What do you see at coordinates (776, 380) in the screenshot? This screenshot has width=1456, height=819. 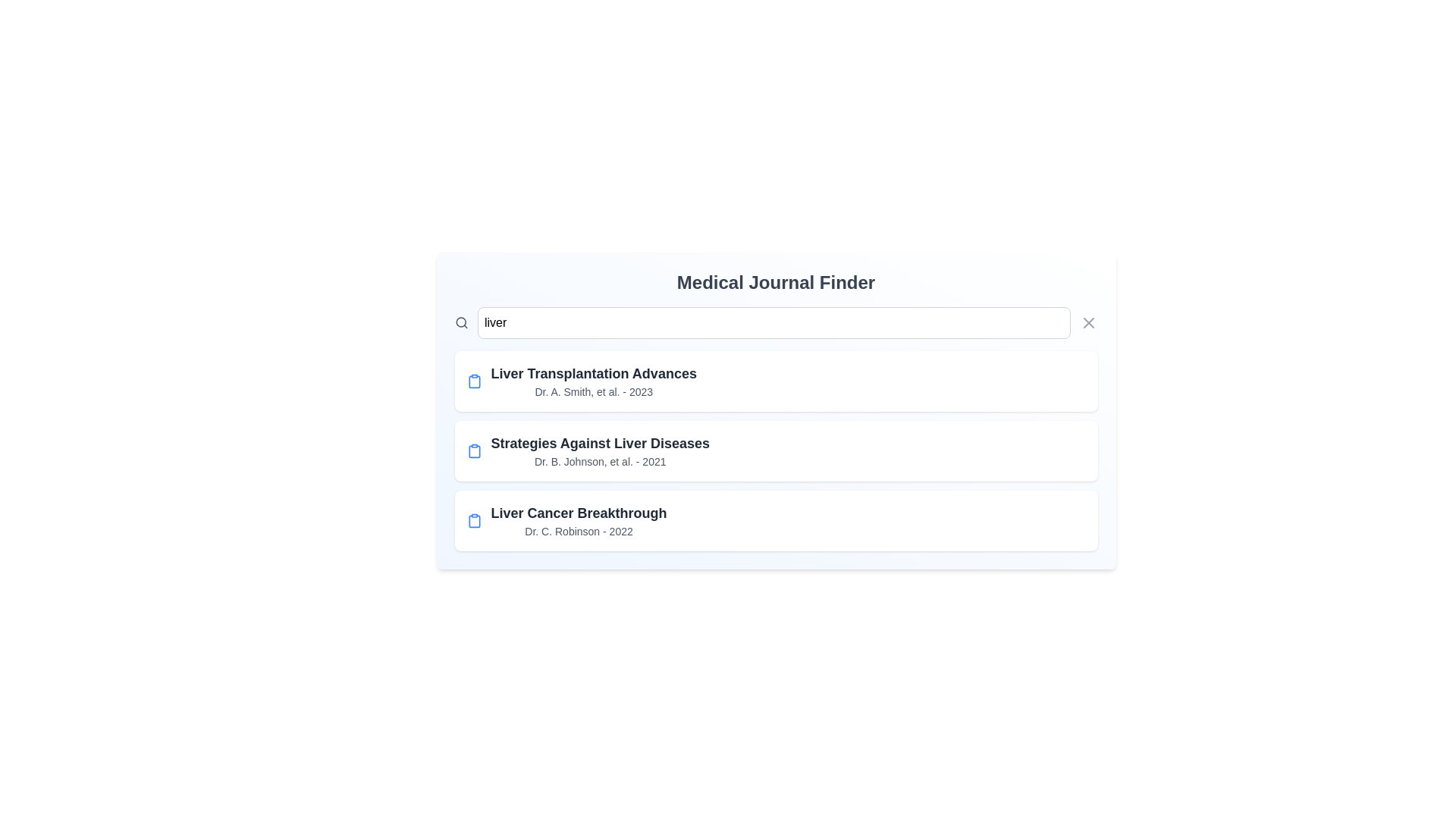 I see `the topmost card in the 'Medical Journal Finder' list to refer to details about the journal article entry` at bounding box center [776, 380].